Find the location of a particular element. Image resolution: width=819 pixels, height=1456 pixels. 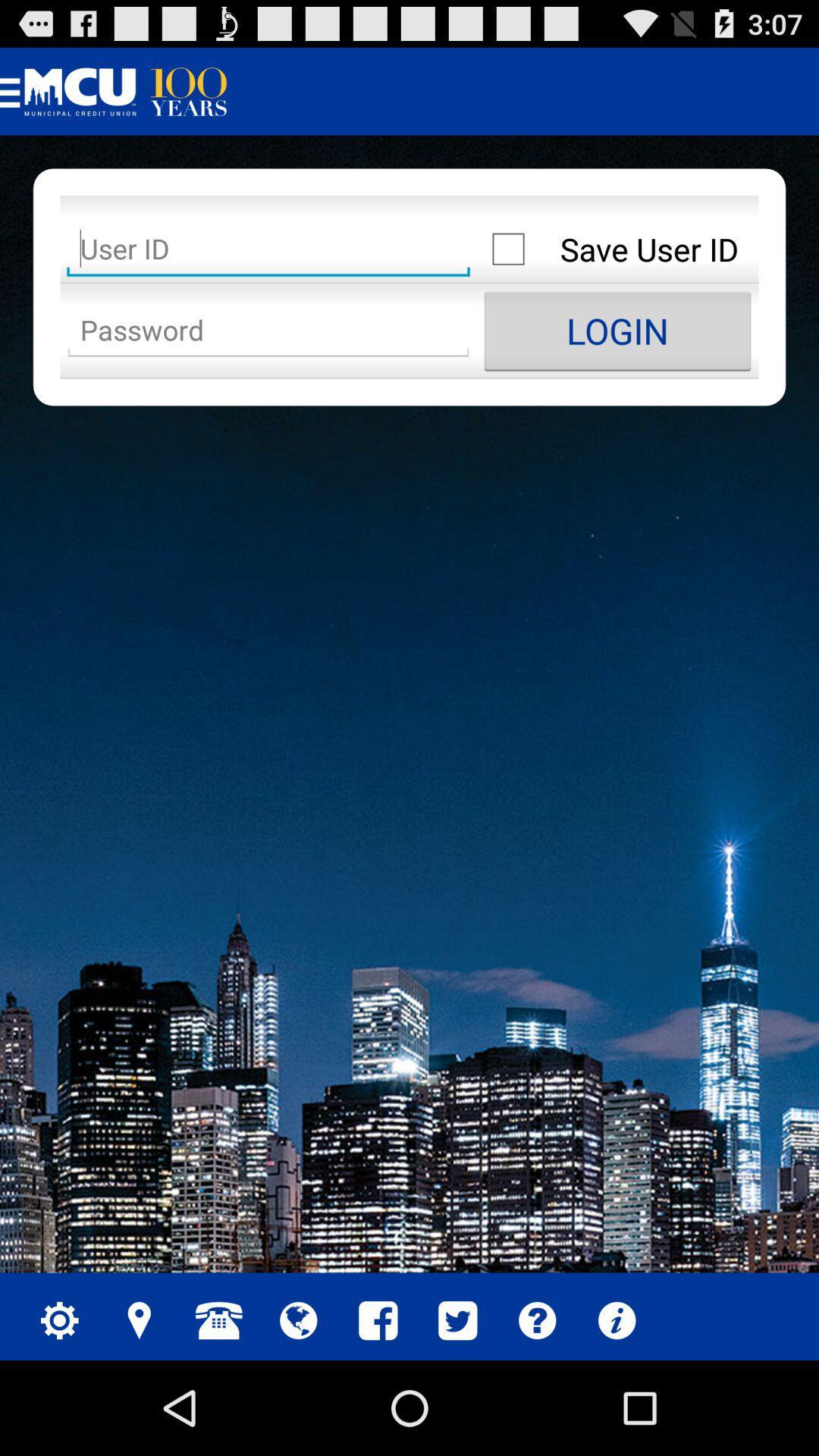

password field is located at coordinates (268, 330).